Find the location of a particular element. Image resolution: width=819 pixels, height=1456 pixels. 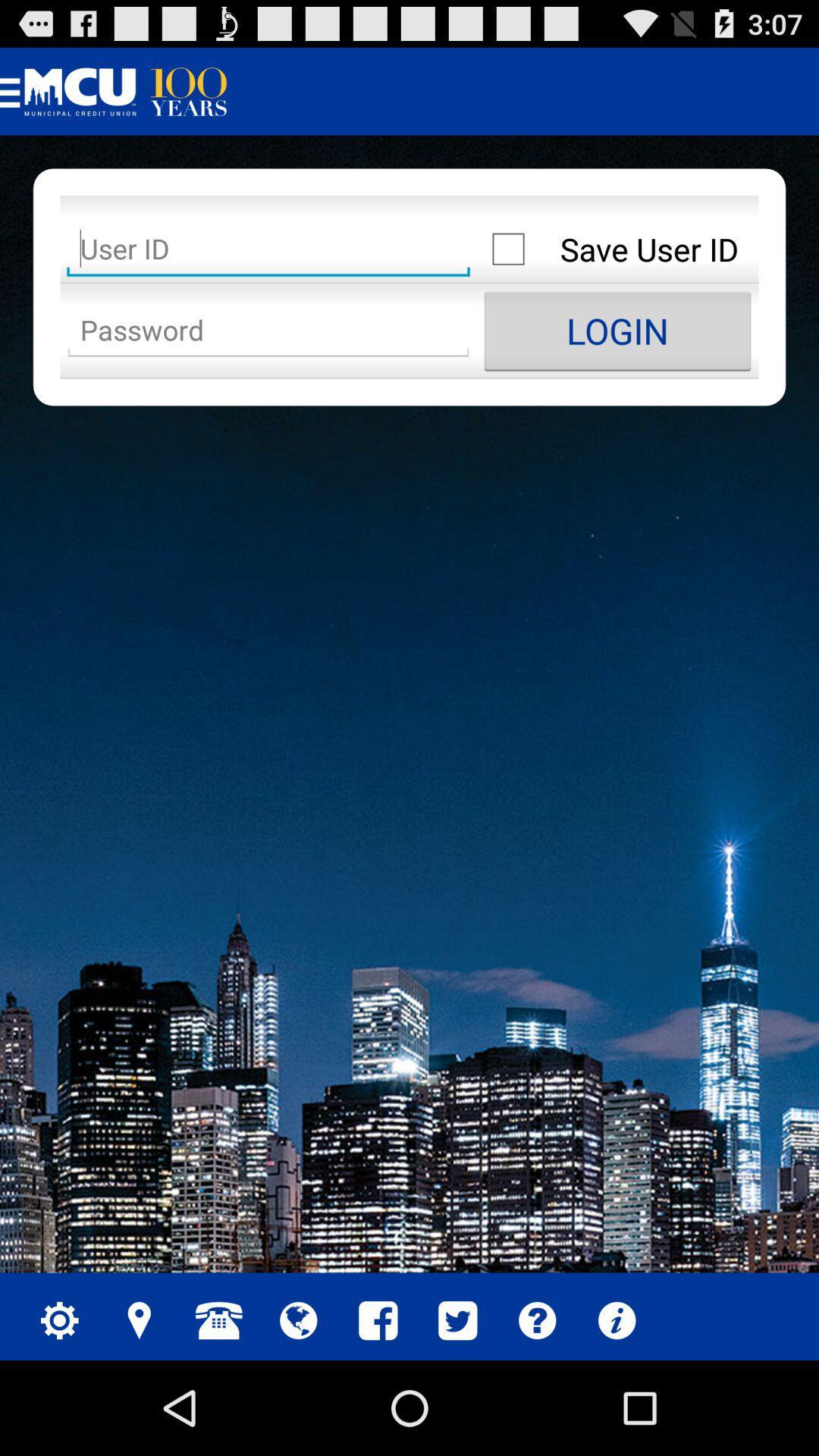

password field is located at coordinates (268, 330).